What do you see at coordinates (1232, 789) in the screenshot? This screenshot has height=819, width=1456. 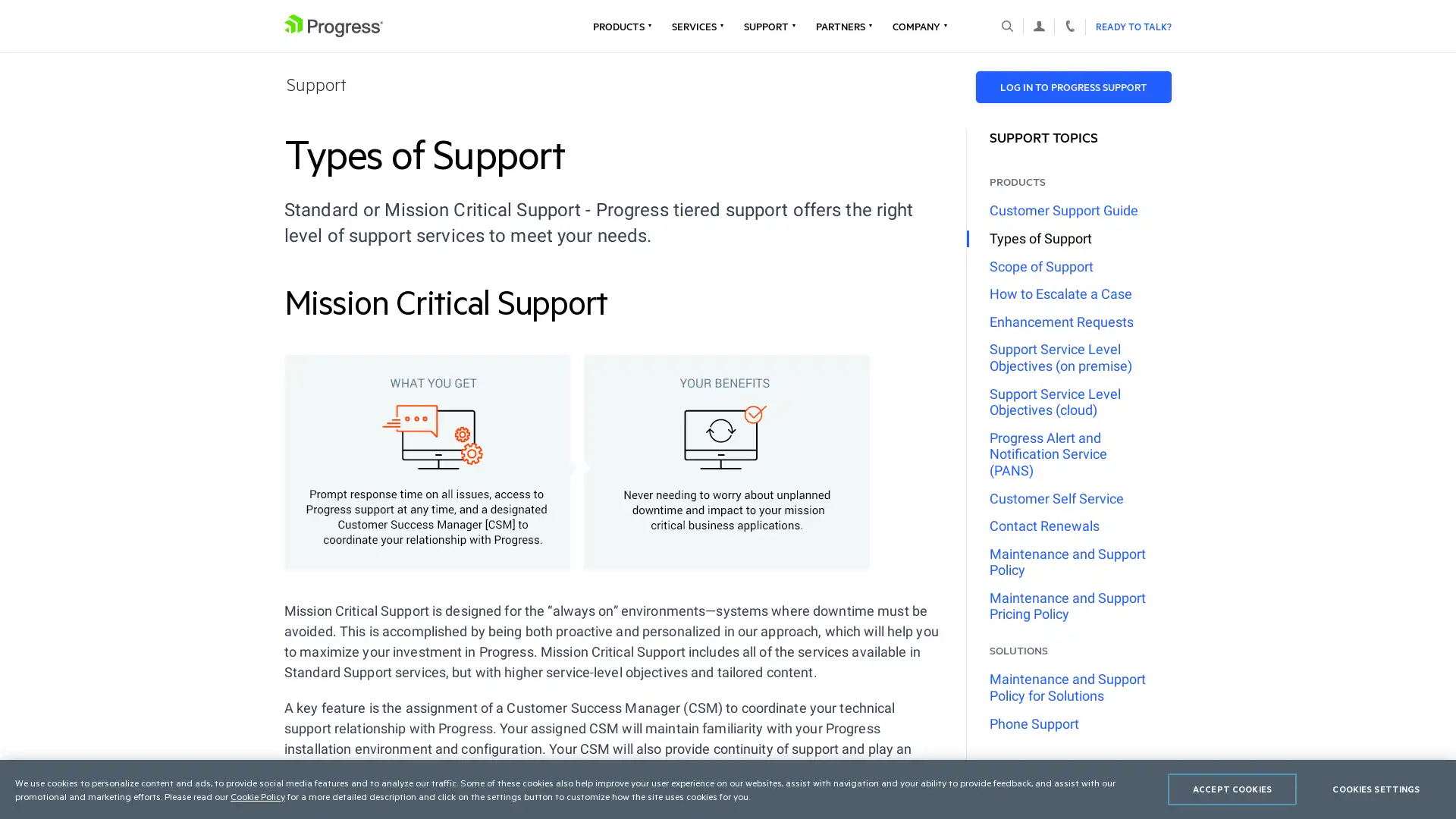 I see `ACCEPT COOKIES` at bounding box center [1232, 789].